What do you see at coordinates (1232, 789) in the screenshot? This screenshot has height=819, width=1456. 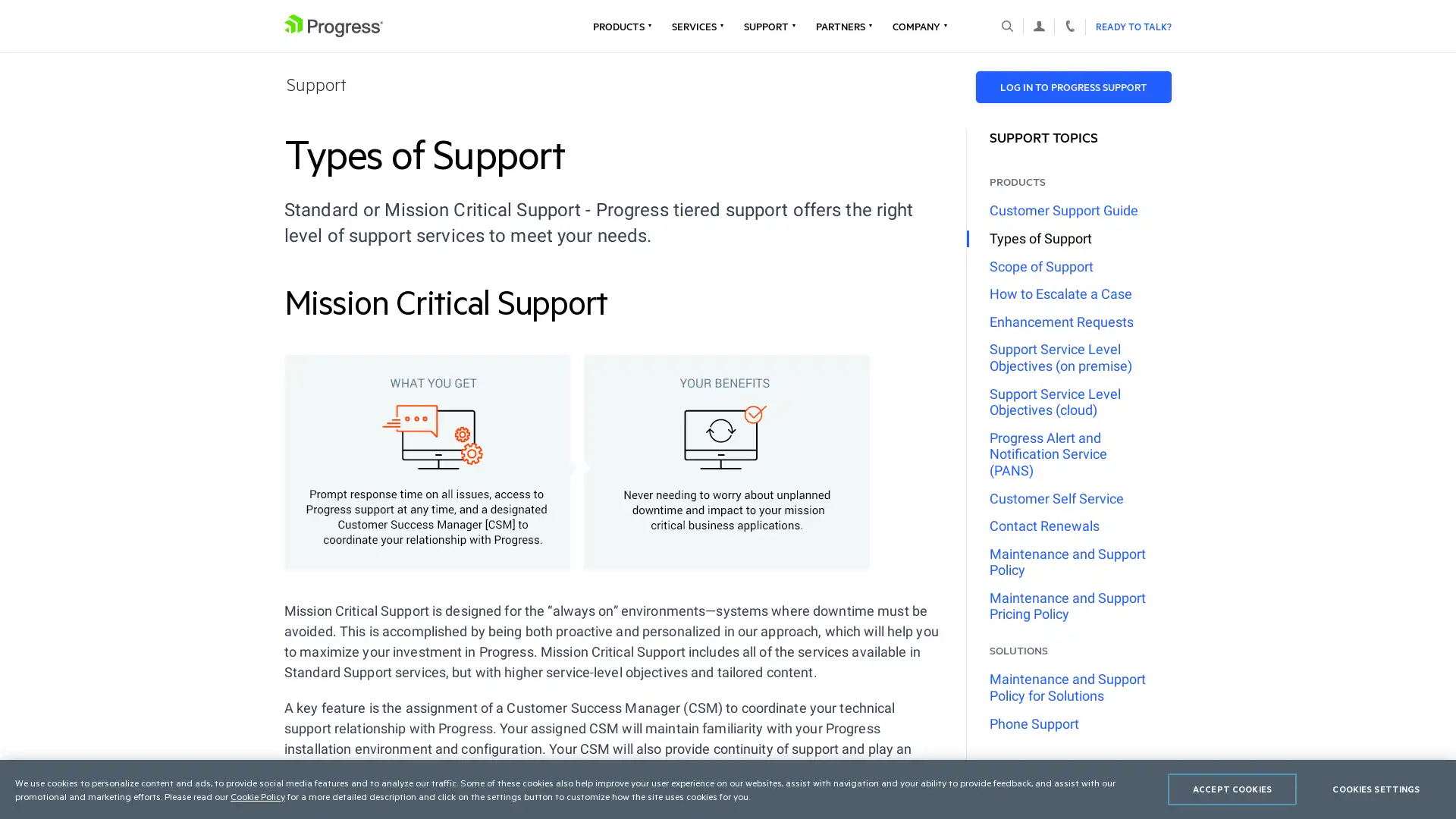 I see `ACCEPT COOKIES` at bounding box center [1232, 789].